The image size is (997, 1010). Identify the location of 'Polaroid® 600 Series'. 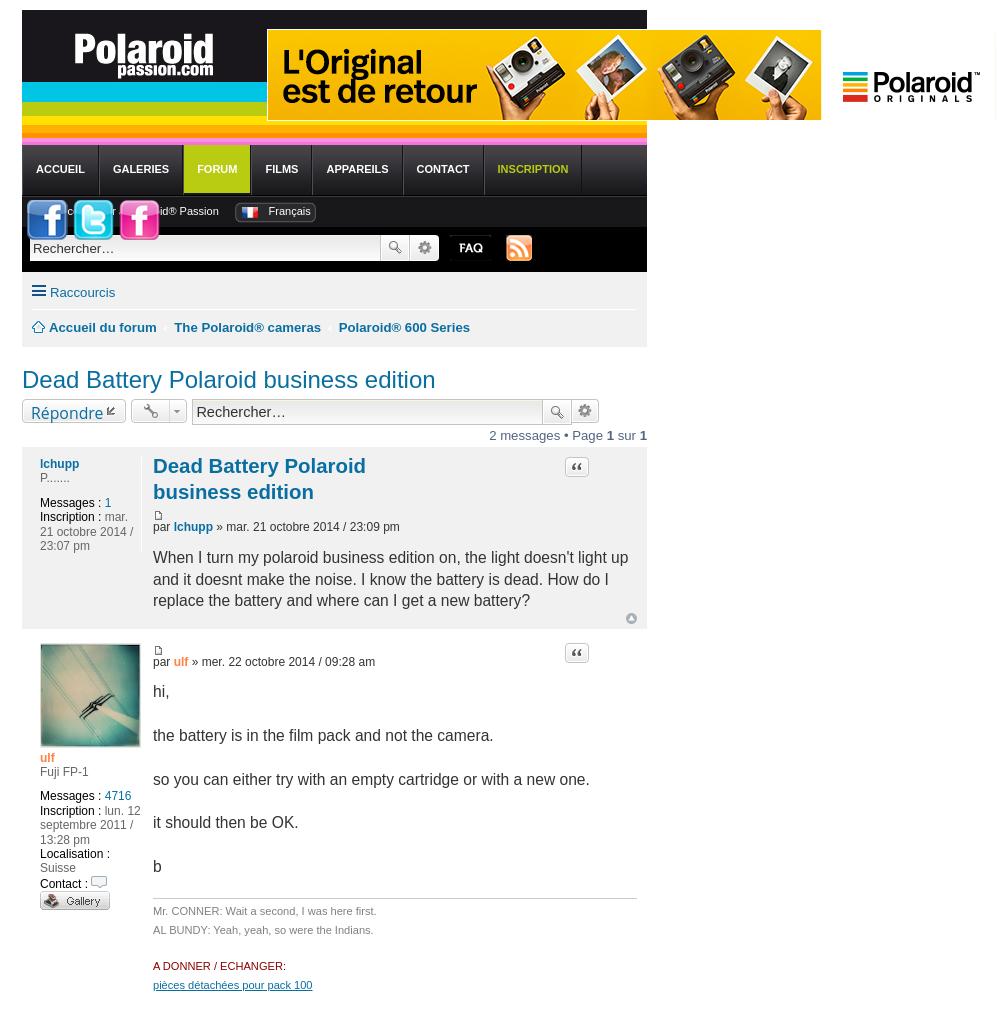
(403, 327).